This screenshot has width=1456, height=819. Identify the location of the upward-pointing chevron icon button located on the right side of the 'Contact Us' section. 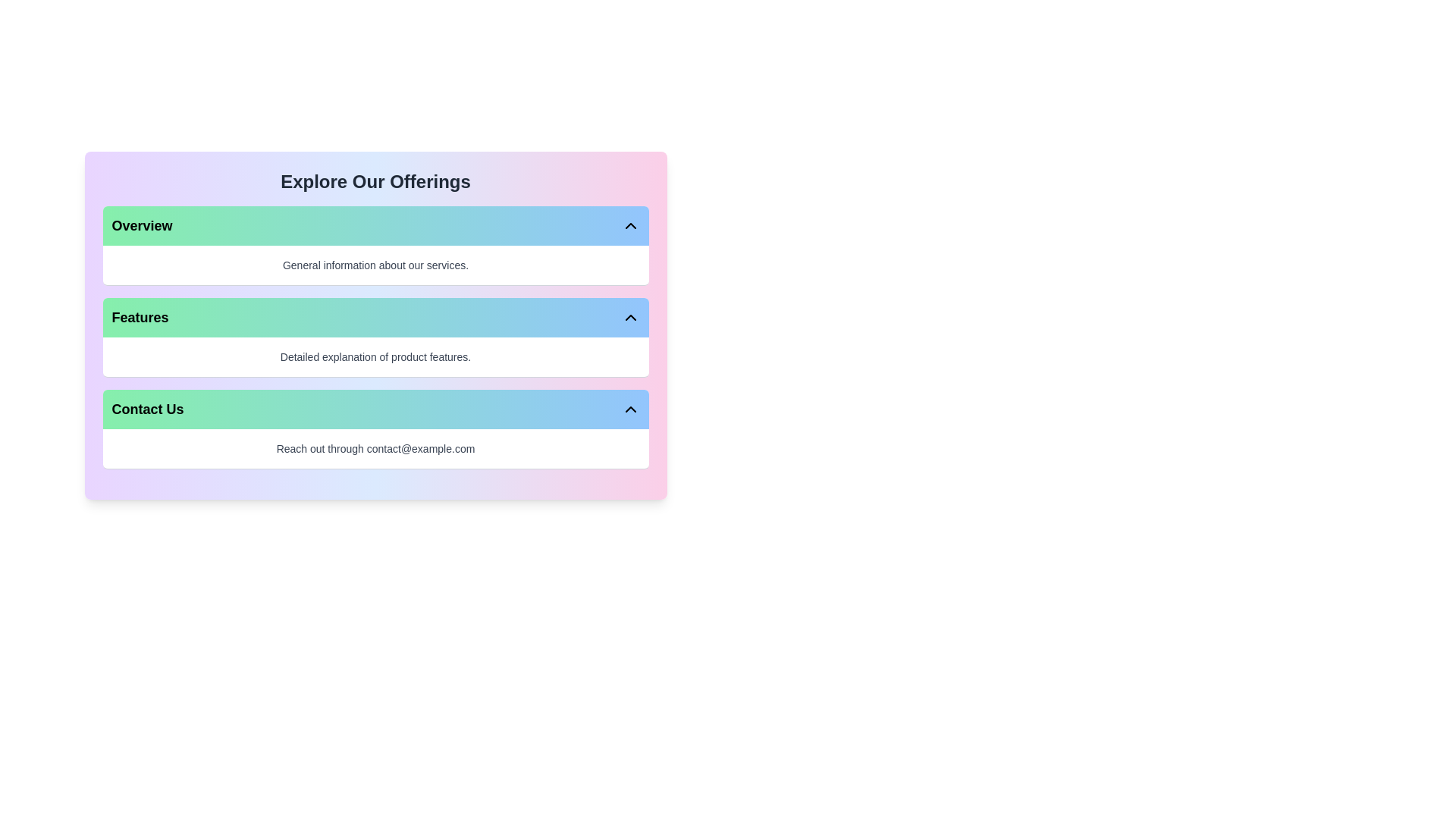
(630, 409).